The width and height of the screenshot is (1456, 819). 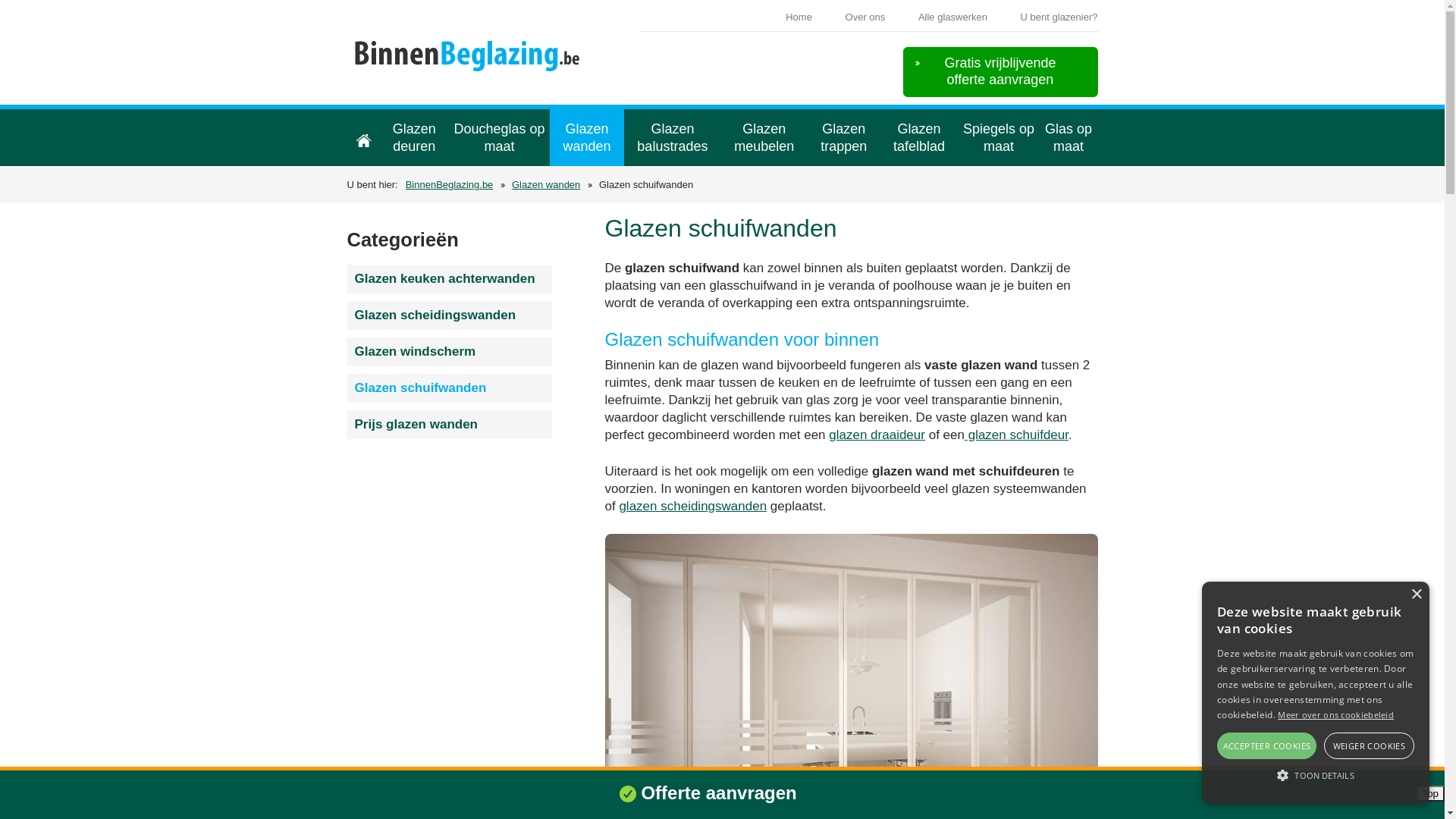 What do you see at coordinates (413, 137) in the screenshot?
I see `'Glazen deuren'` at bounding box center [413, 137].